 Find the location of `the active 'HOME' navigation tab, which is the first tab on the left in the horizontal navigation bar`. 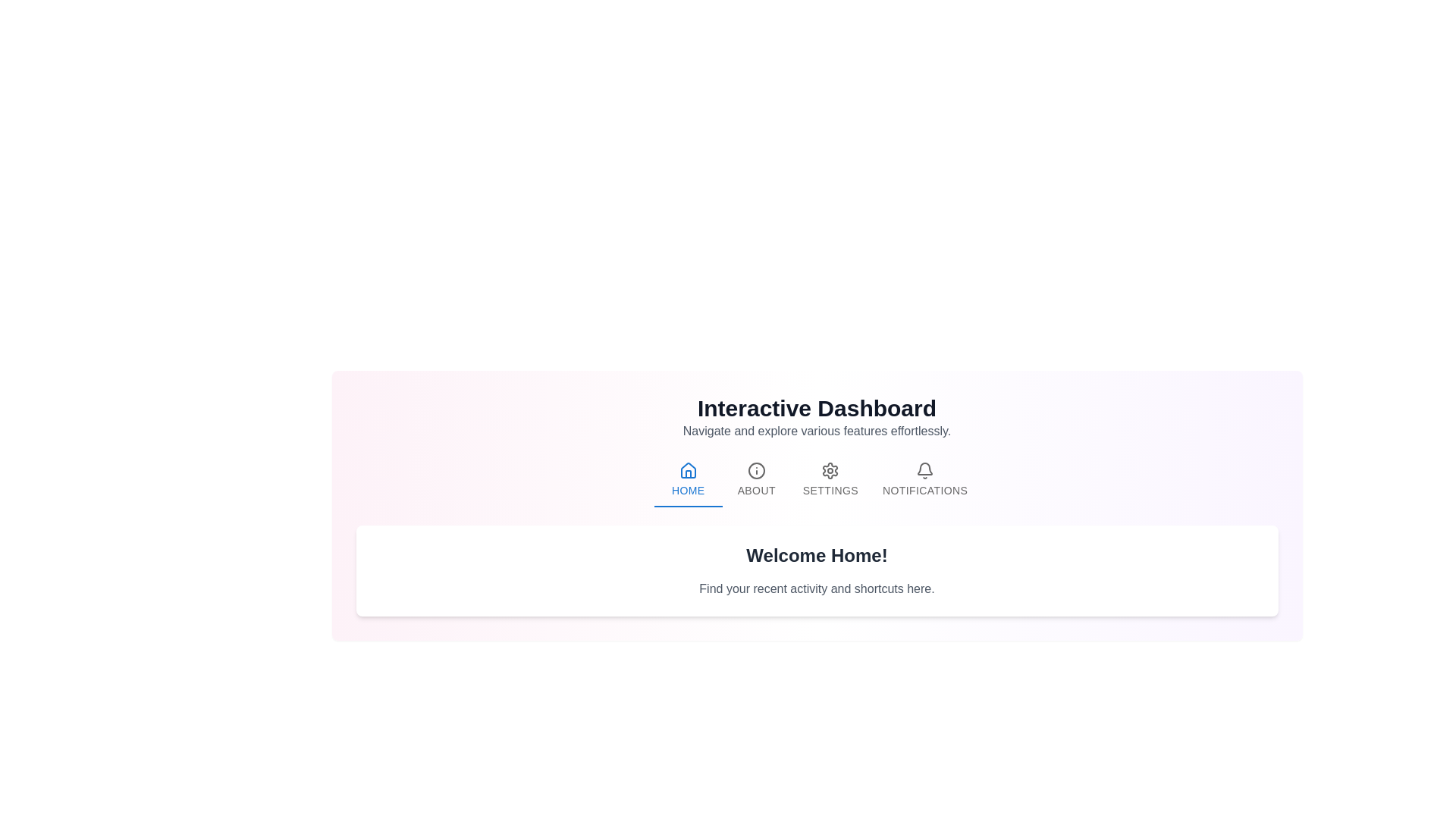

the active 'HOME' navigation tab, which is the first tab on the left in the horizontal navigation bar is located at coordinates (687, 479).